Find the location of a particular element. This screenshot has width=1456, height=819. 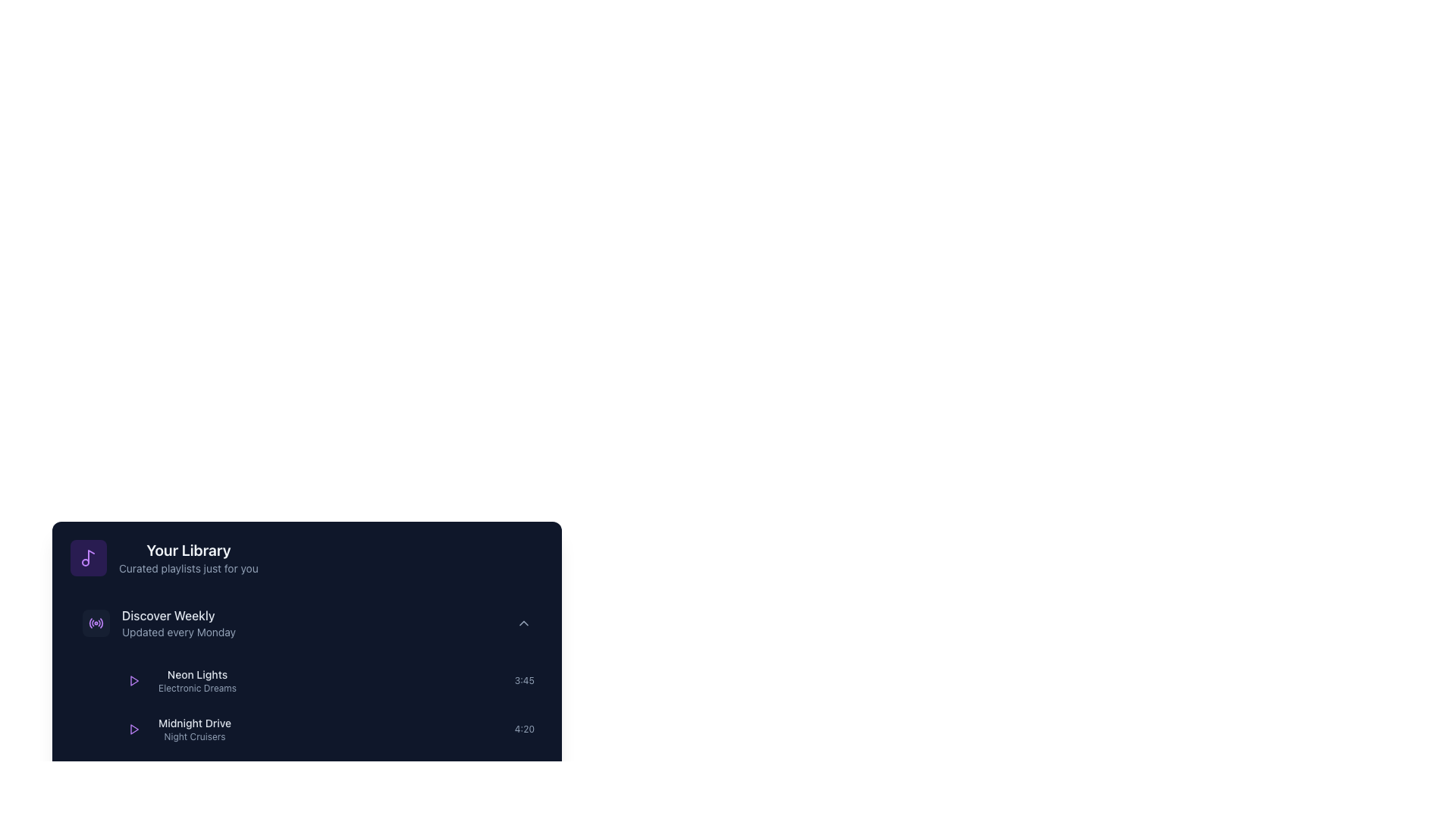

the second song entry in the 'Your Library' section to play the song is located at coordinates (327, 728).